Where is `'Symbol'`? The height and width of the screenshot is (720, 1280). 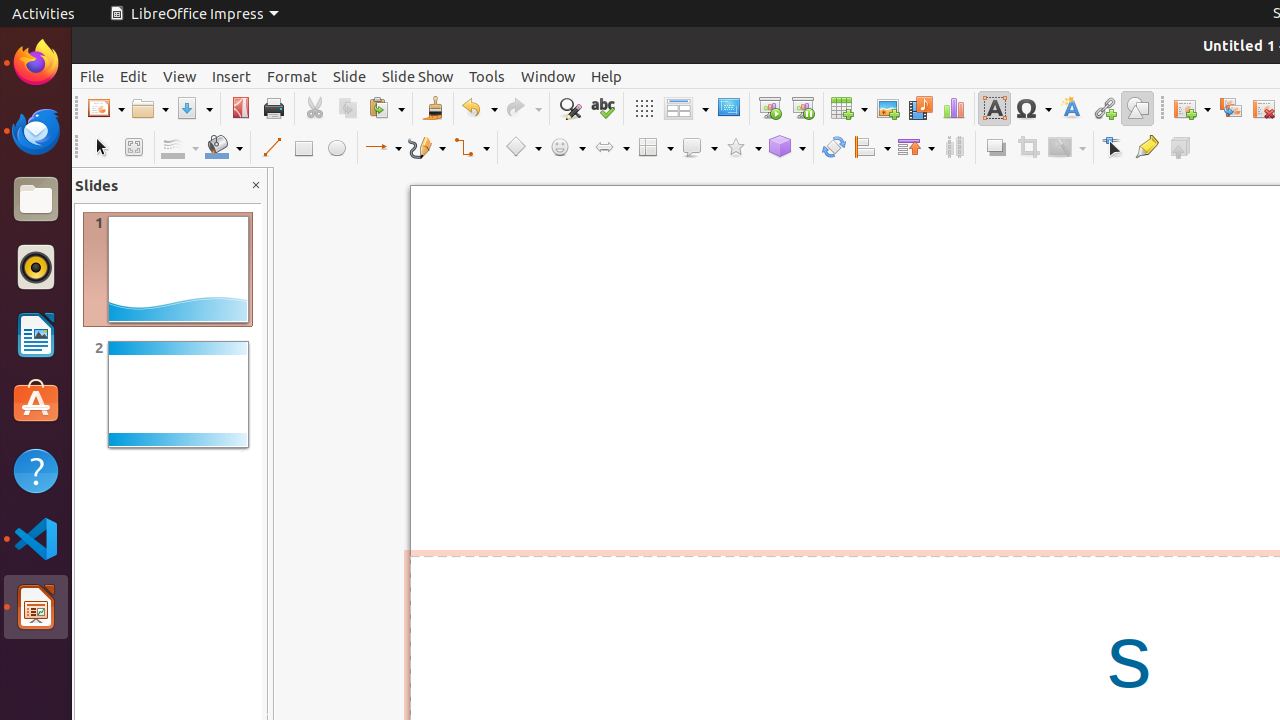 'Symbol' is located at coordinates (1032, 108).